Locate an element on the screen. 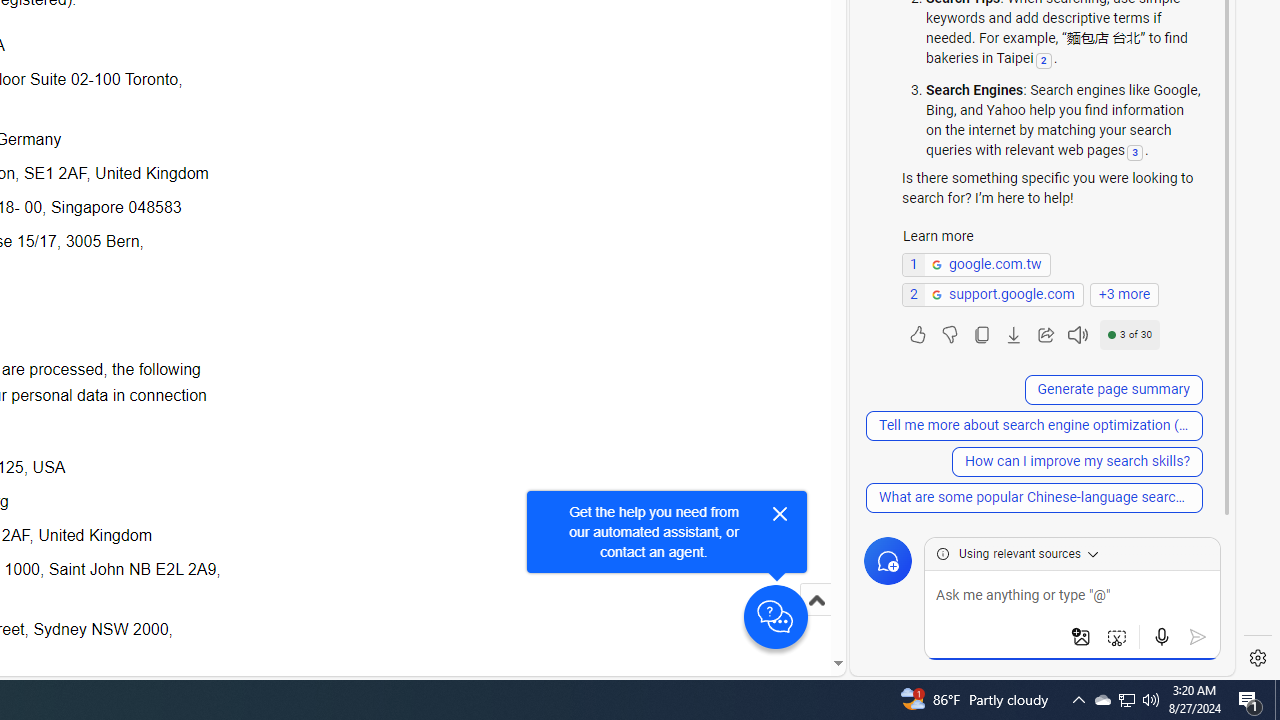  'Scroll to top' is located at coordinates (816, 598).